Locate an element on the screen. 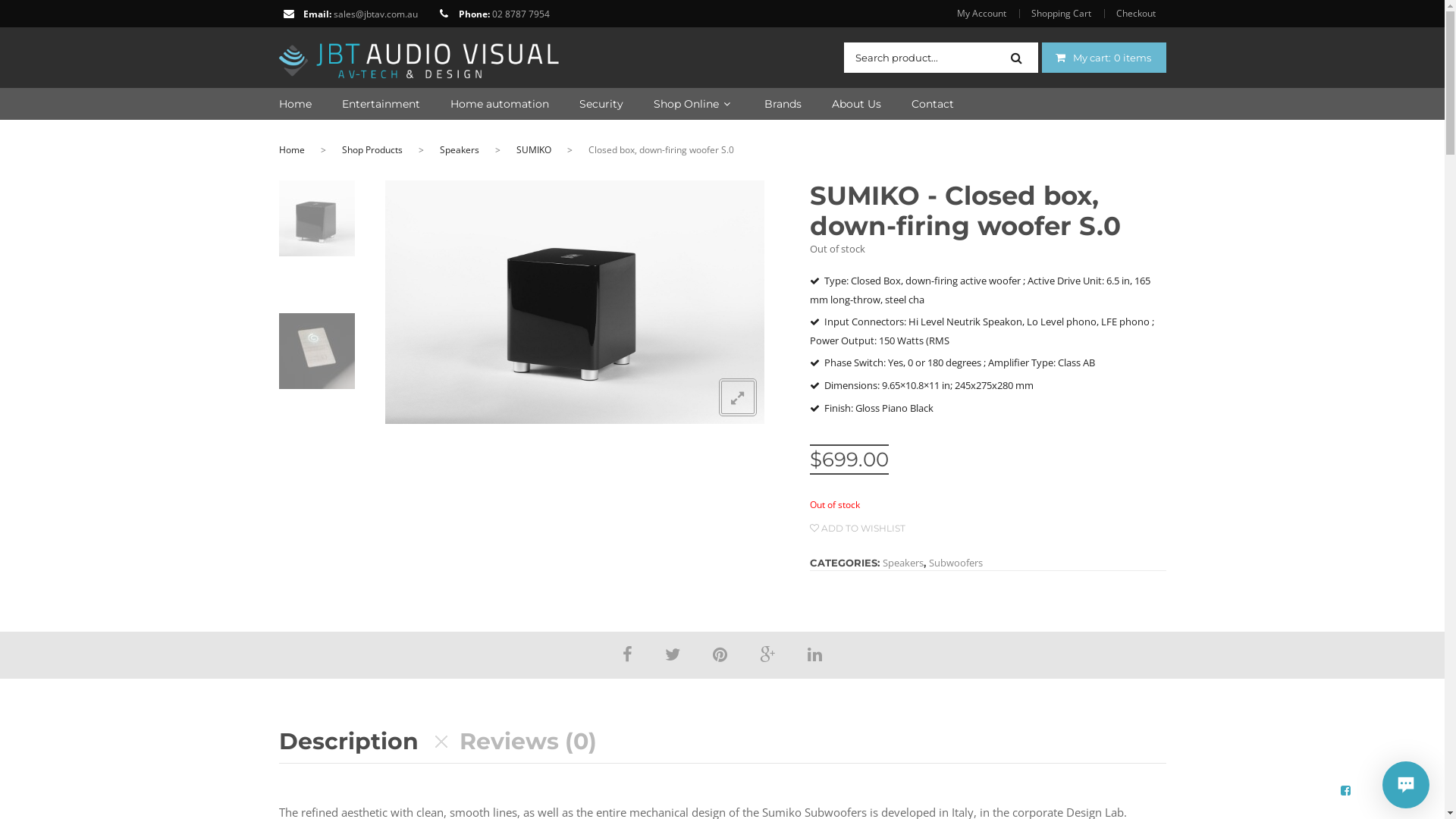 The width and height of the screenshot is (1456, 819). 'Pinterest' is located at coordinates (719, 652).